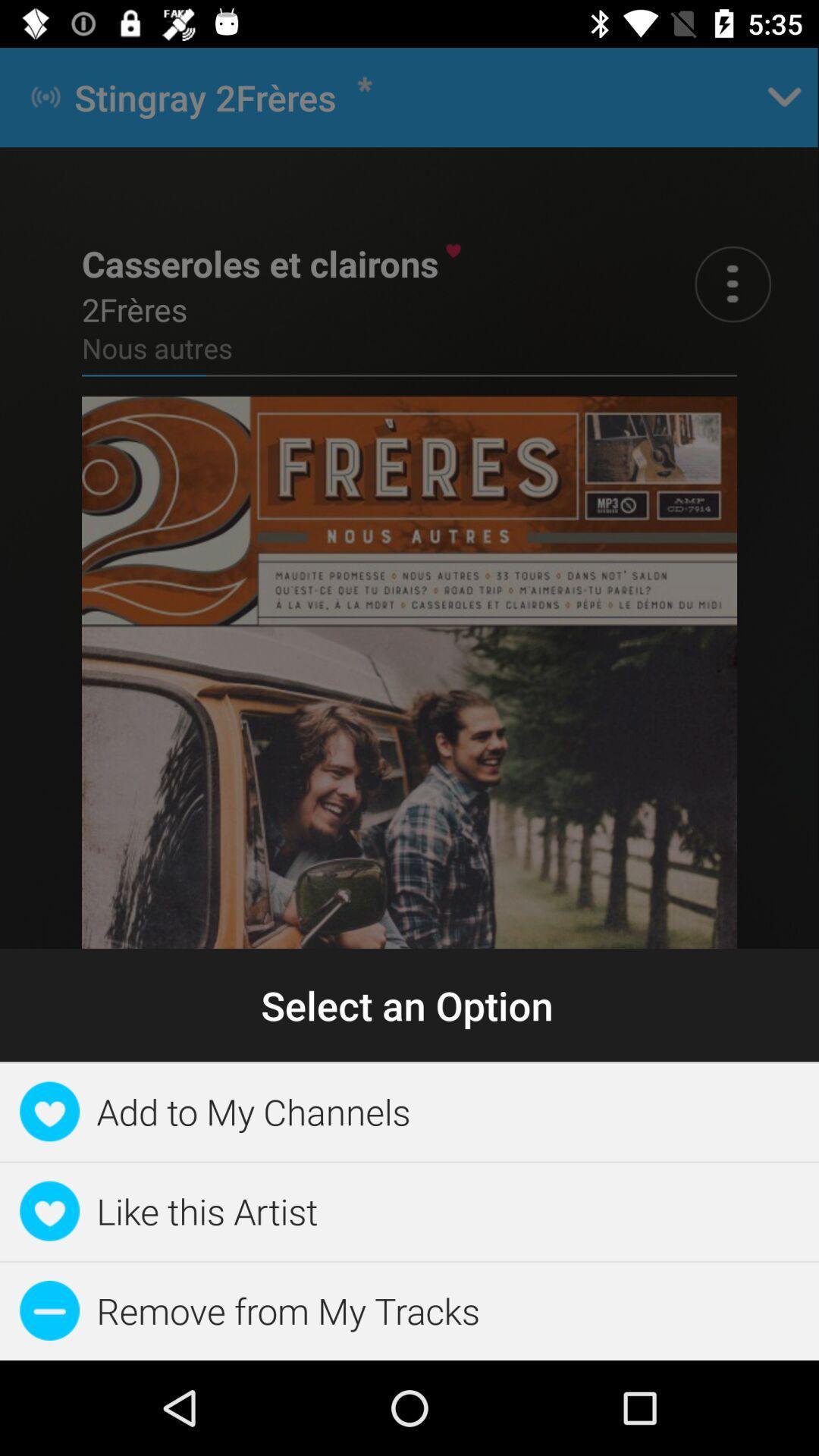  Describe the element at coordinates (81, 1156) in the screenshot. I see `the favorite icon` at that location.